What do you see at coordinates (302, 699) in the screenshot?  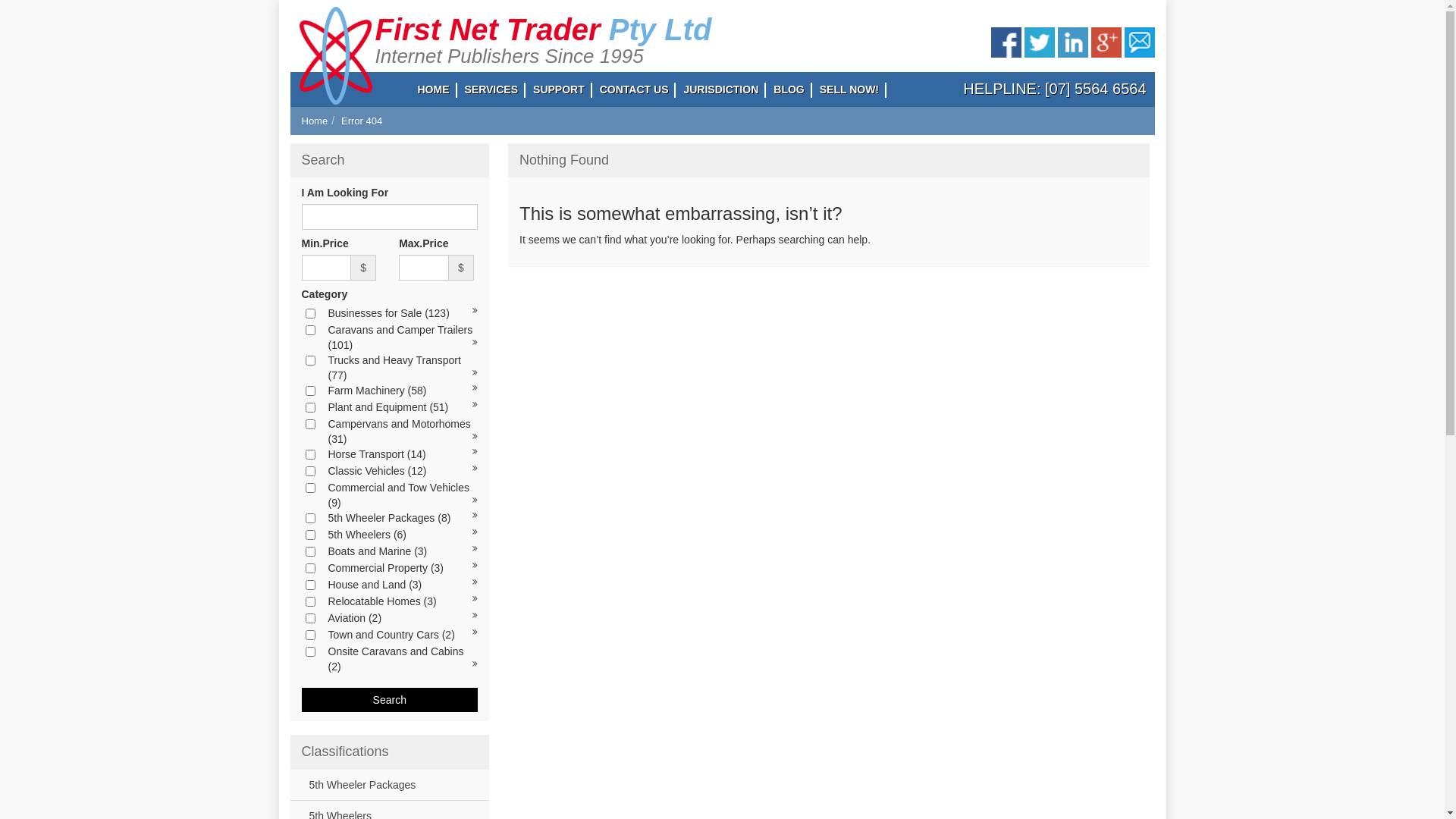 I see `'Search'` at bounding box center [302, 699].